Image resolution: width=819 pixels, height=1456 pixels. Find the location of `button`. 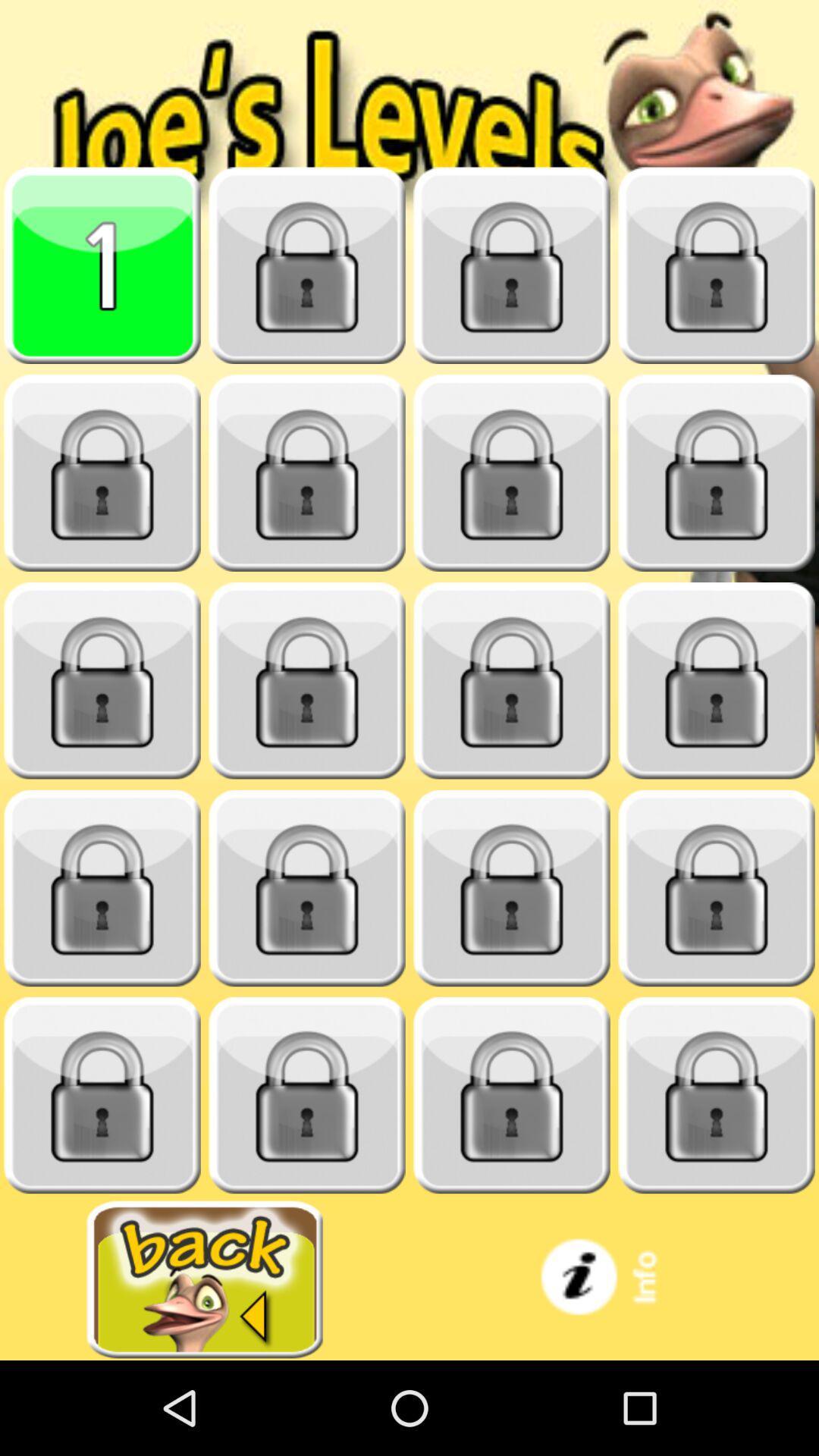

button is located at coordinates (512, 472).